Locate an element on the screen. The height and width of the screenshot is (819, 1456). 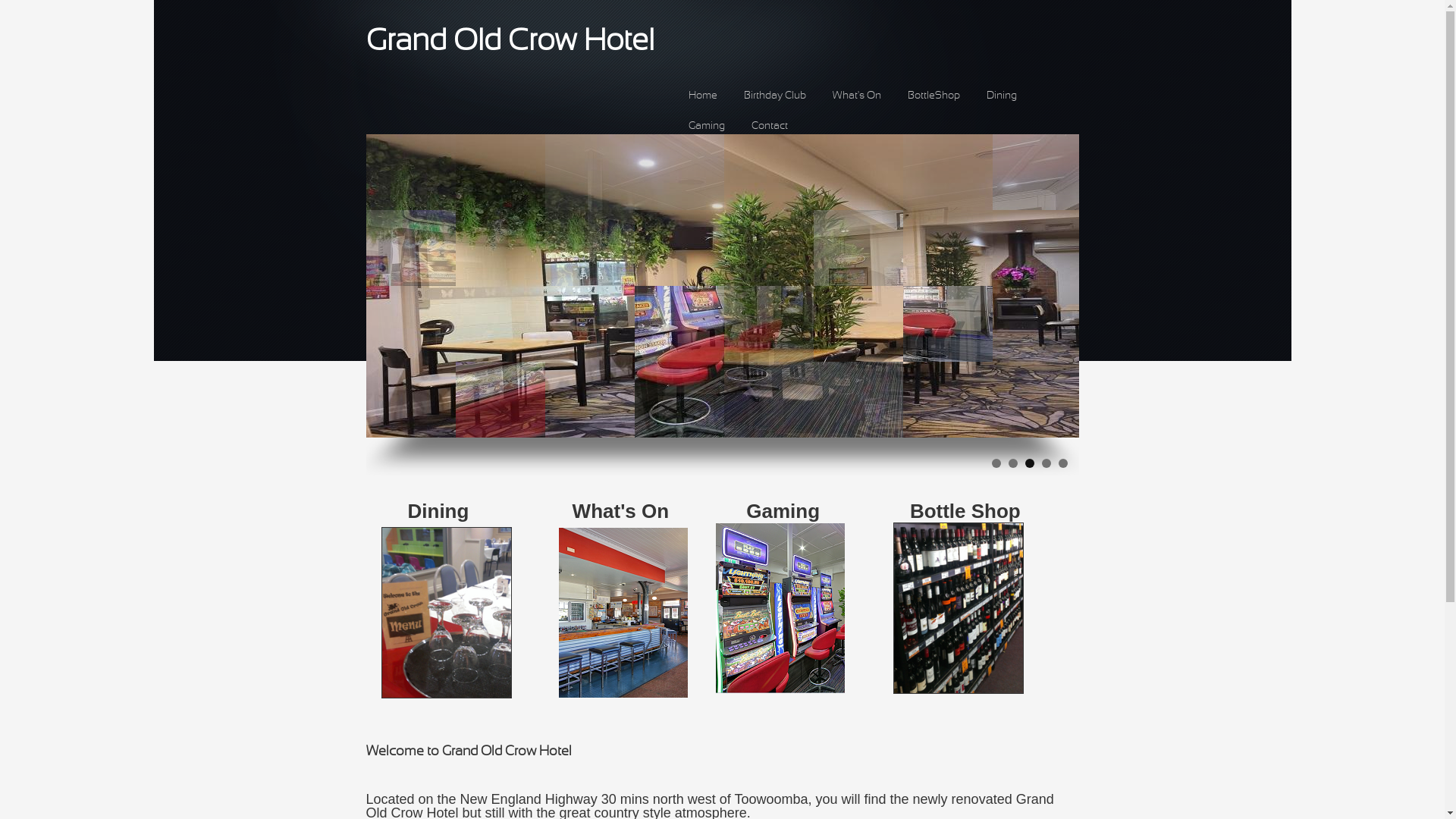
'Birthday Club' is located at coordinates (774, 96).